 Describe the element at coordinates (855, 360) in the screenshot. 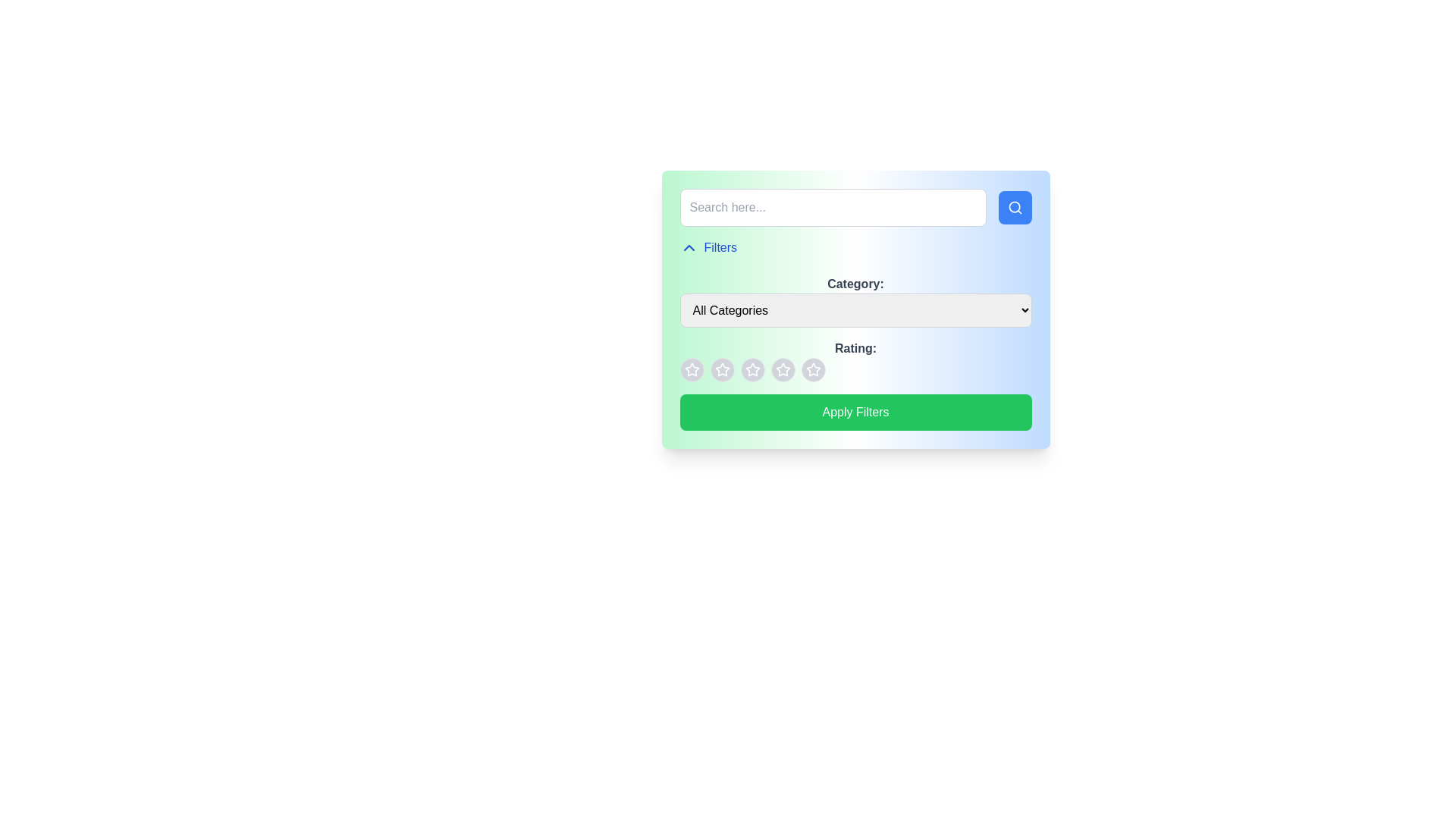

I see `the text label displaying 'Rating:' which is located above the star-based rating selector in the 'Rating' section` at that location.